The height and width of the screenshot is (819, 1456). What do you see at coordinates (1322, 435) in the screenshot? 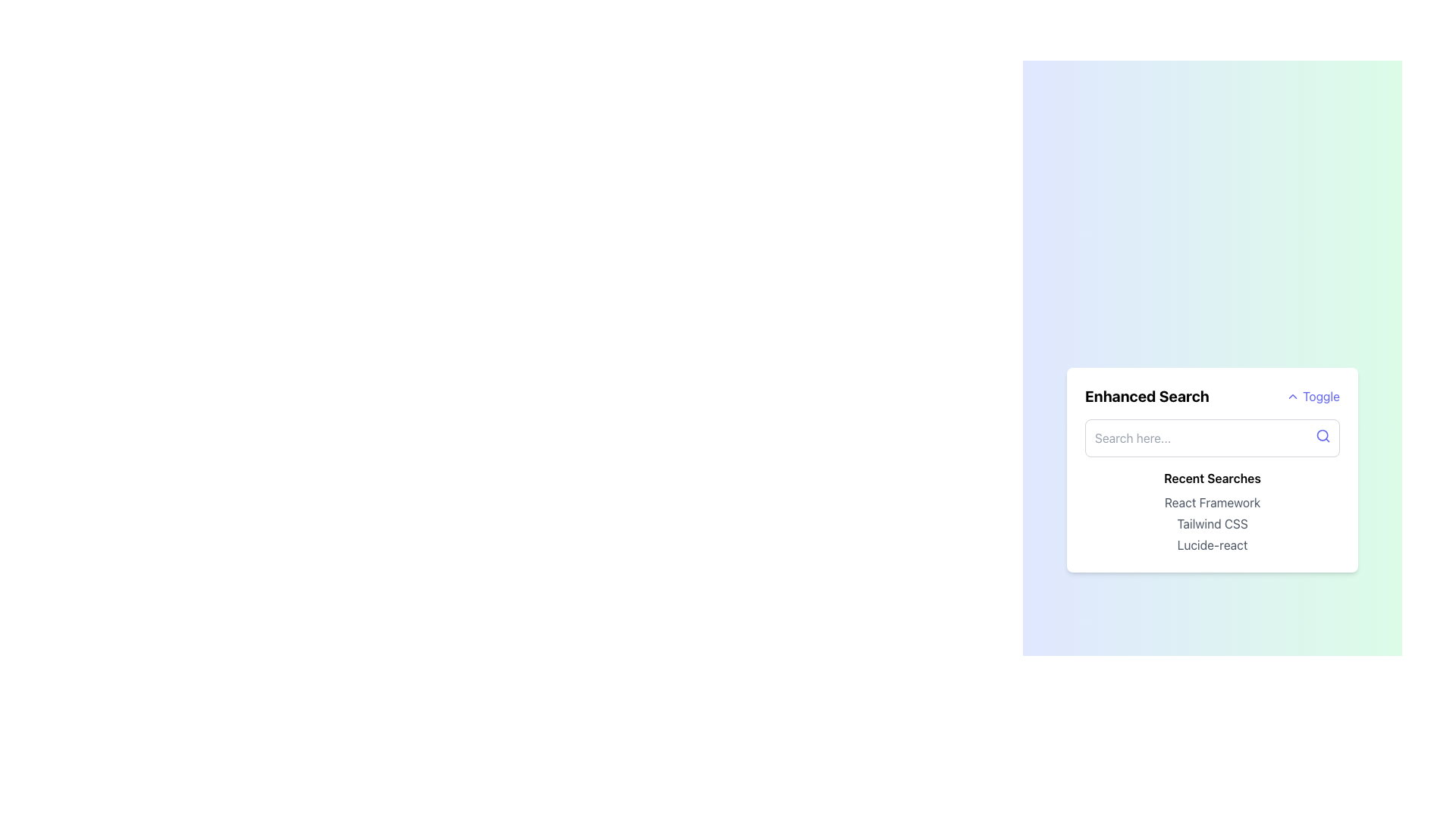
I see `the small circular icon within the search icon, located at the right side of the search interface` at bounding box center [1322, 435].